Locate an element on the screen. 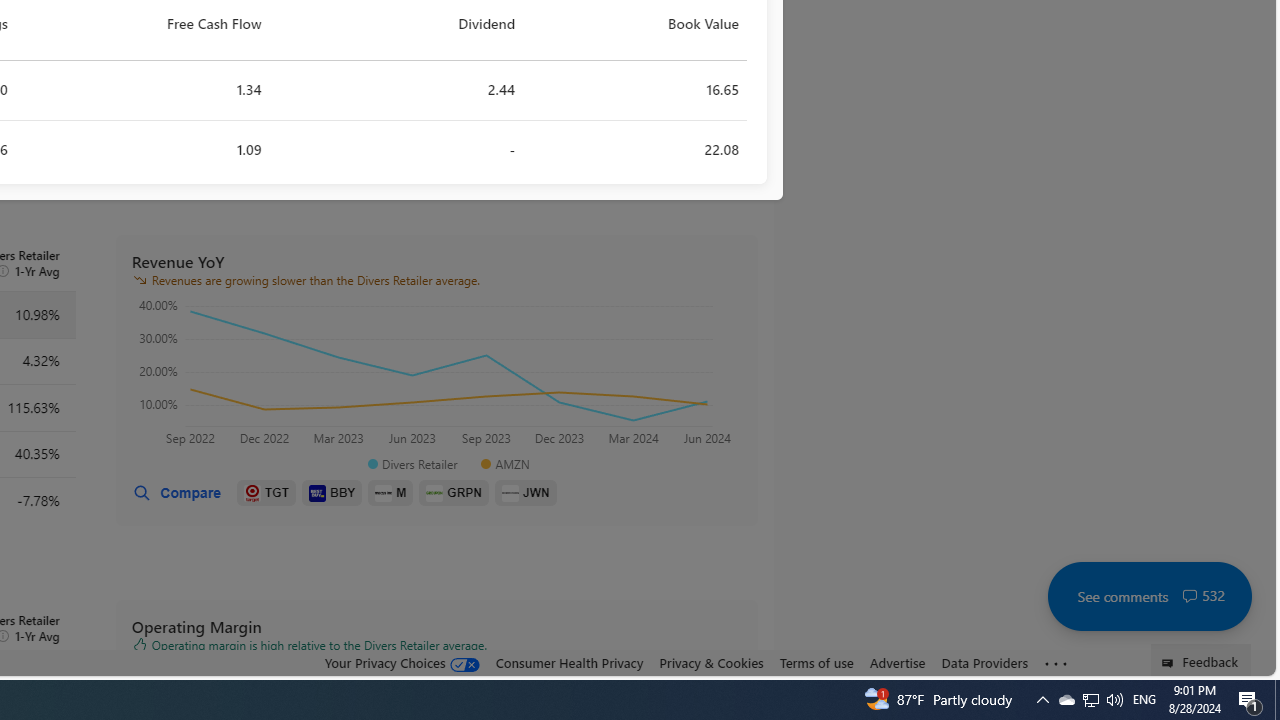  'Feedback' is located at coordinates (1200, 659).